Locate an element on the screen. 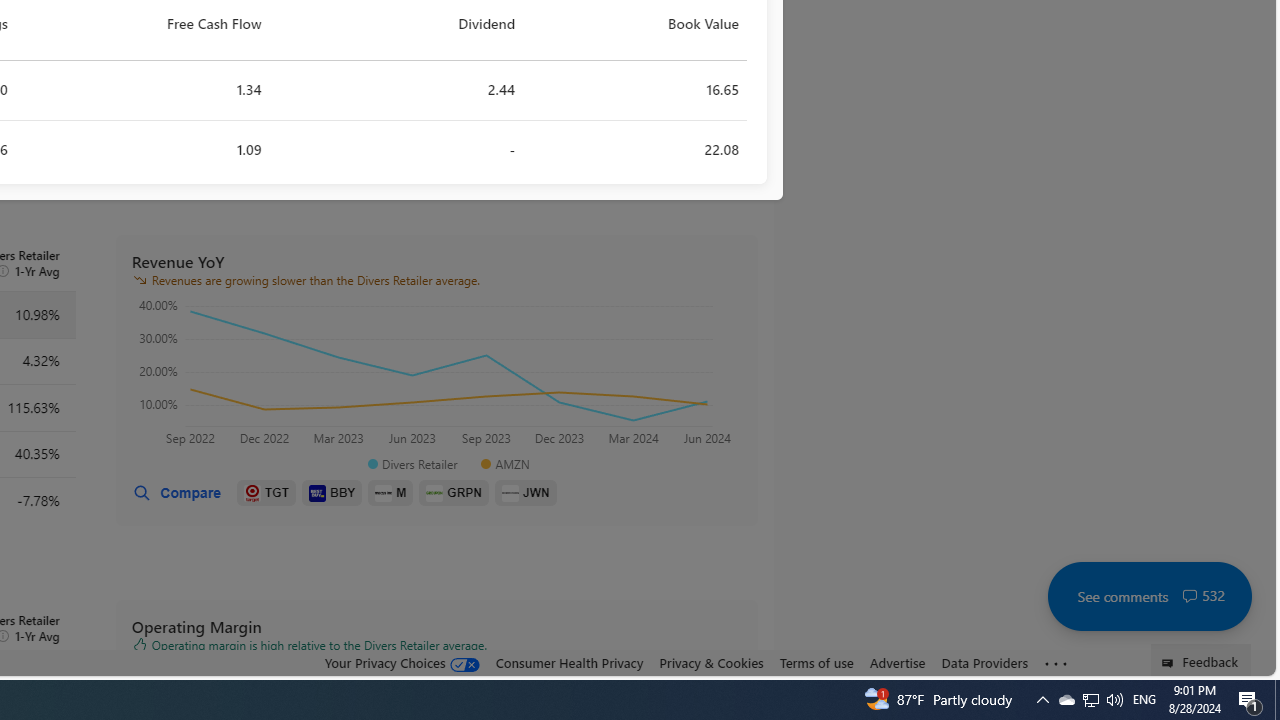  'Feedback' is located at coordinates (1200, 659).